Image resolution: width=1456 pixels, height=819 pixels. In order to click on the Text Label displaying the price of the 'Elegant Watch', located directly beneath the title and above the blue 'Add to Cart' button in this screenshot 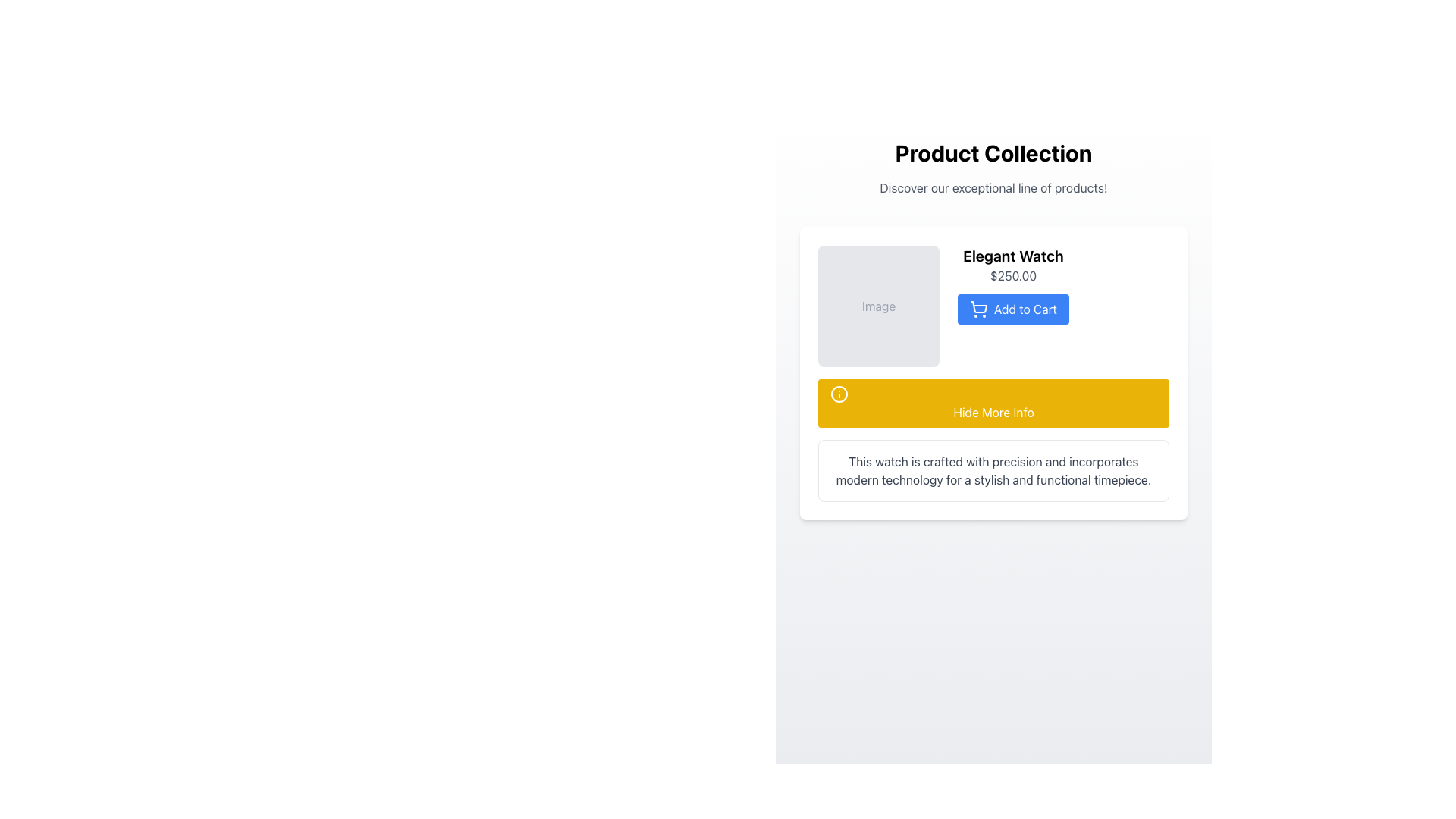, I will do `click(1013, 275)`.